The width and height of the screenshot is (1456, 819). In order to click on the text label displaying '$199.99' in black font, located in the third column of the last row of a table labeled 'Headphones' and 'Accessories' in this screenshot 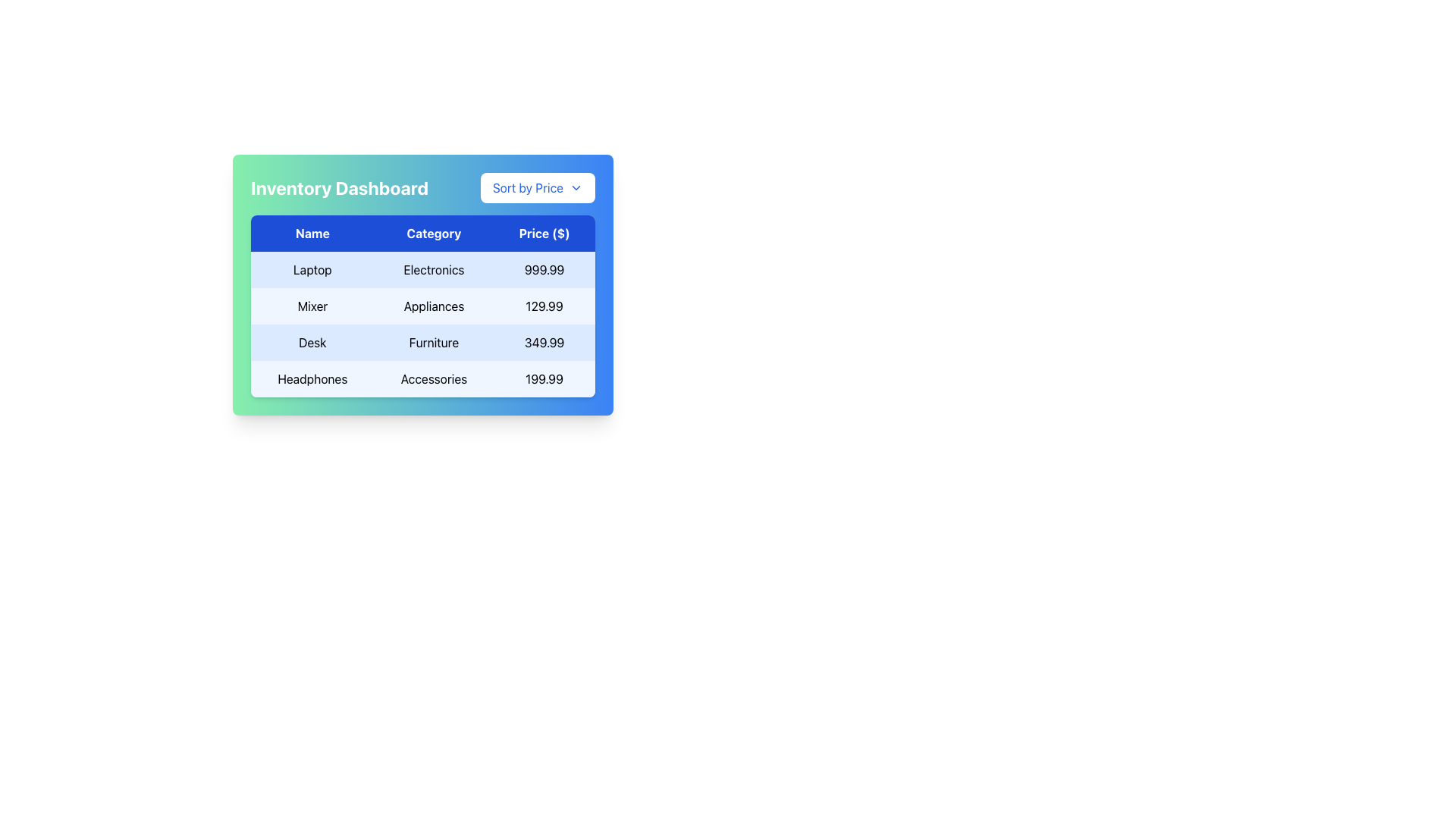, I will do `click(544, 378)`.